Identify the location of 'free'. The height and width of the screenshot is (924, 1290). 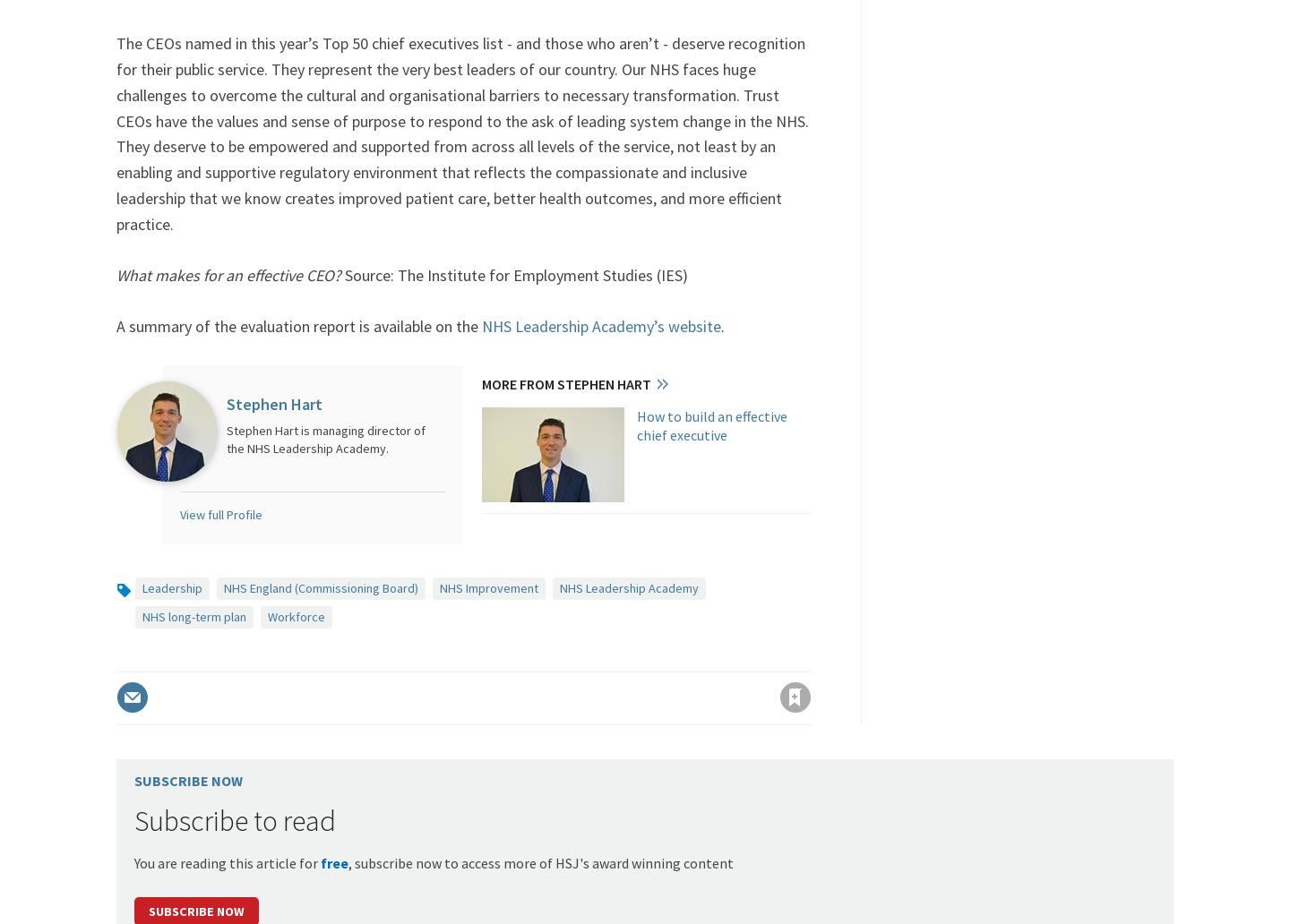
(320, 861).